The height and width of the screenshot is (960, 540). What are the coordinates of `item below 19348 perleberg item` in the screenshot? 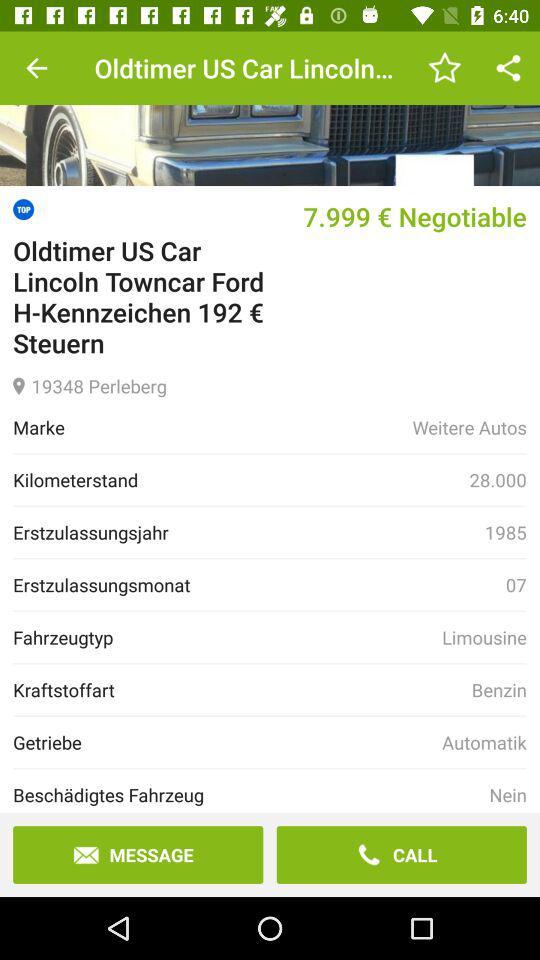 It's located at (469, 427).